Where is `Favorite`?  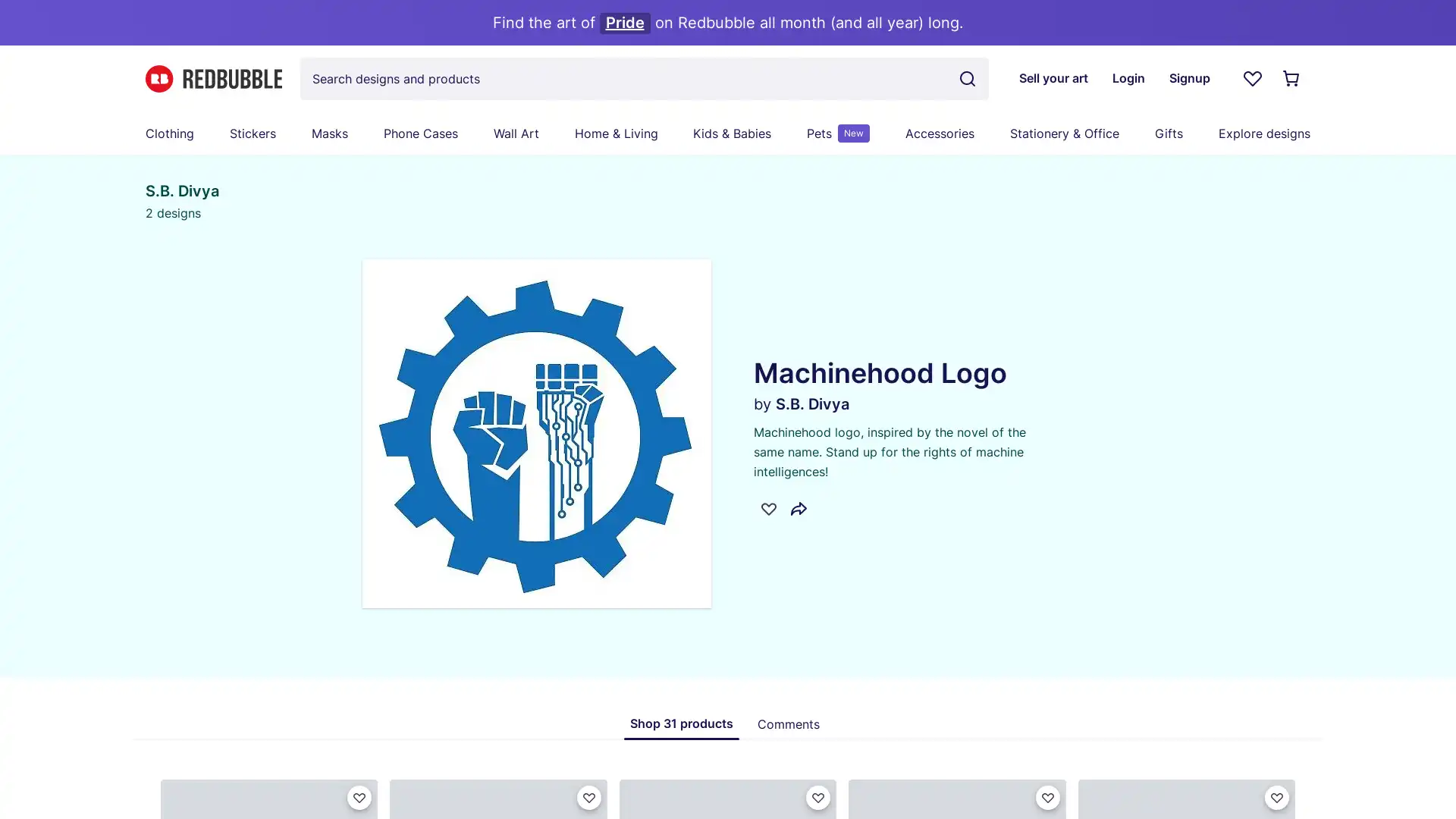 Favorite is located at coordinates (817, 797).